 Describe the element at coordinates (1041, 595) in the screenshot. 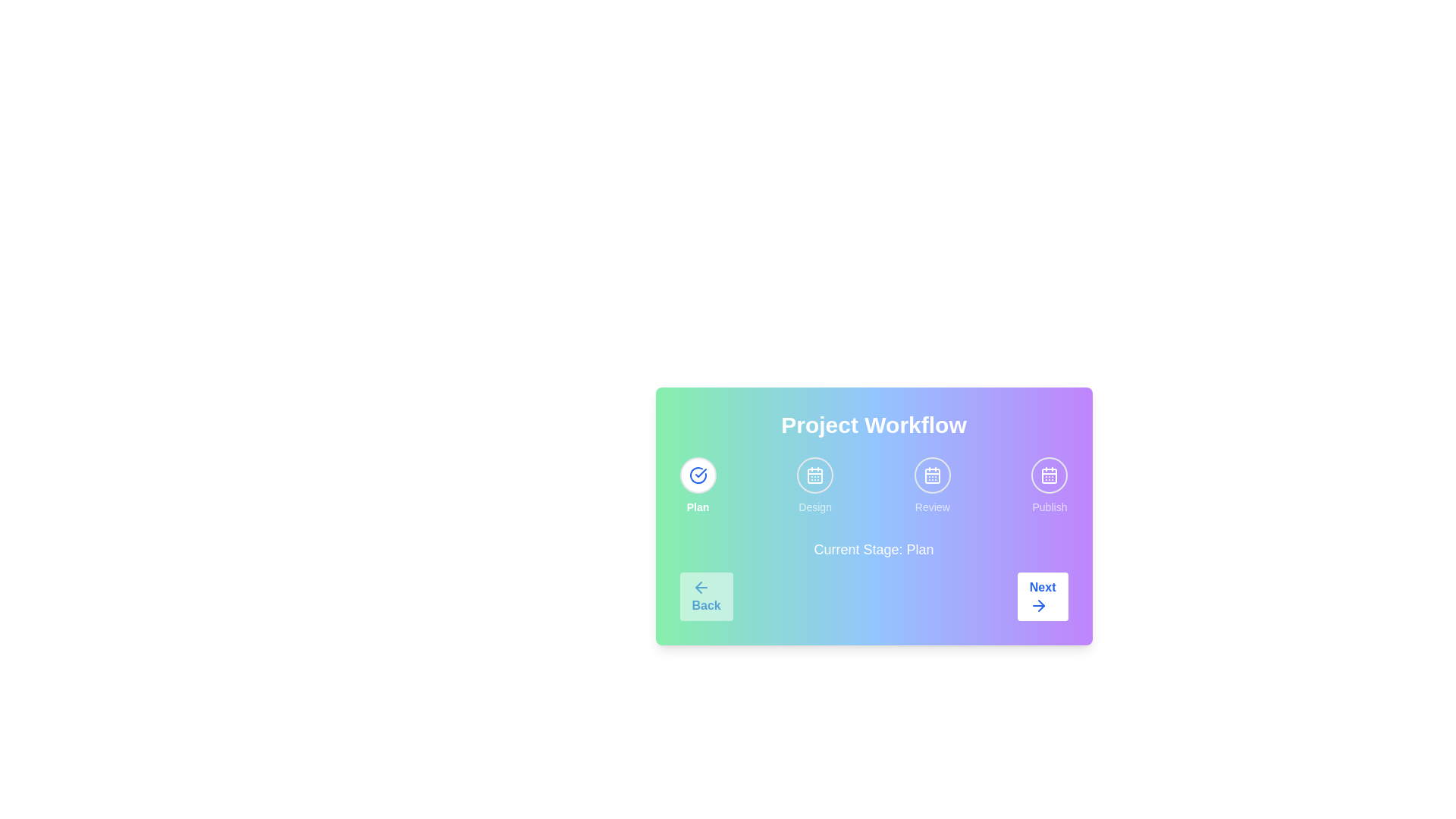

I see `the 'Next' button to navigate to the next stage` at that location.